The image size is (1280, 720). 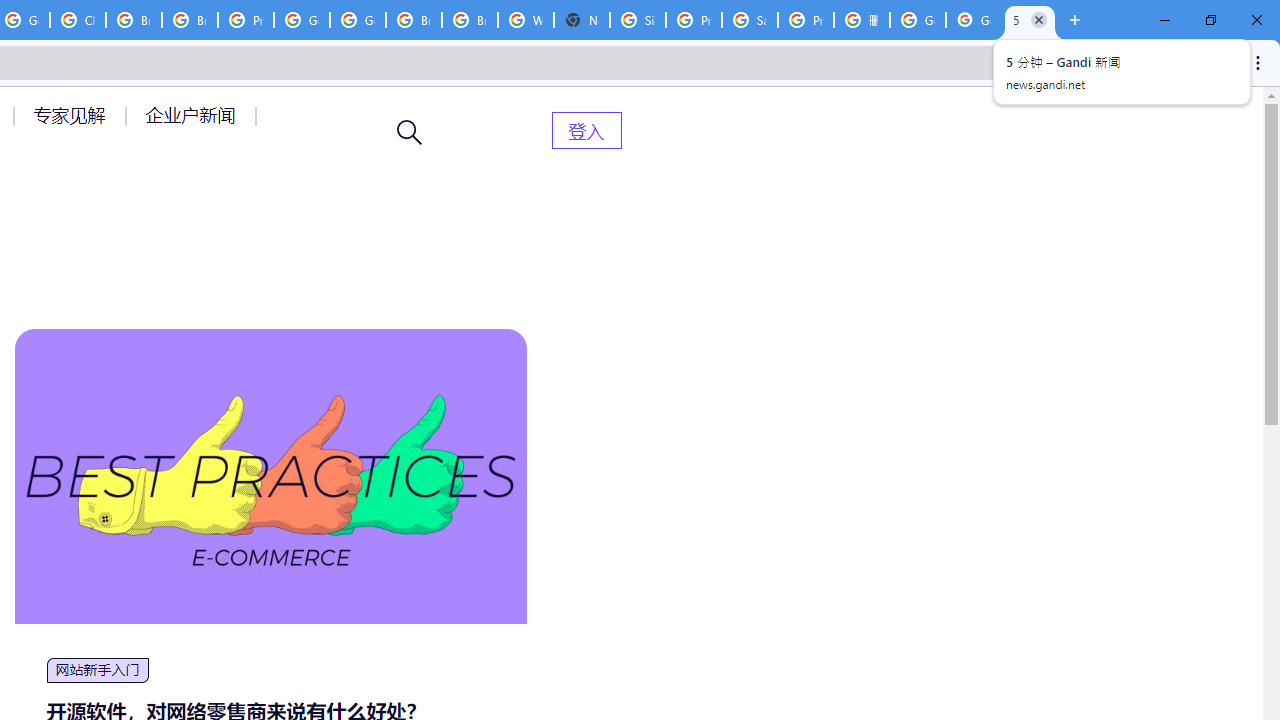 What do you see at coordinates (409, 132) in the screenshot?
I see `'Open search form'` at bounding box center [409, 132].